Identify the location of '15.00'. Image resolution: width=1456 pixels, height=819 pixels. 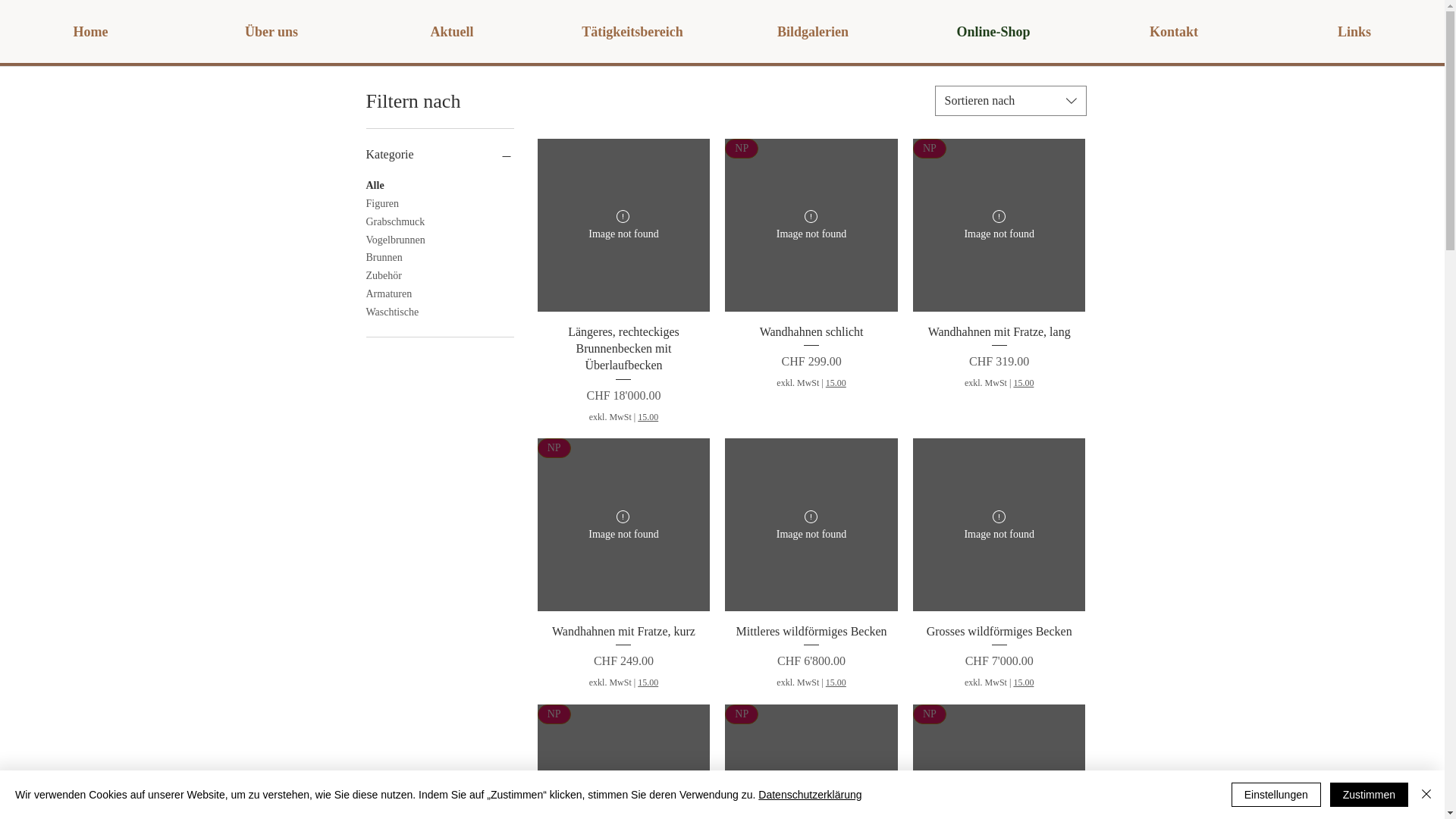
(1023, 682).